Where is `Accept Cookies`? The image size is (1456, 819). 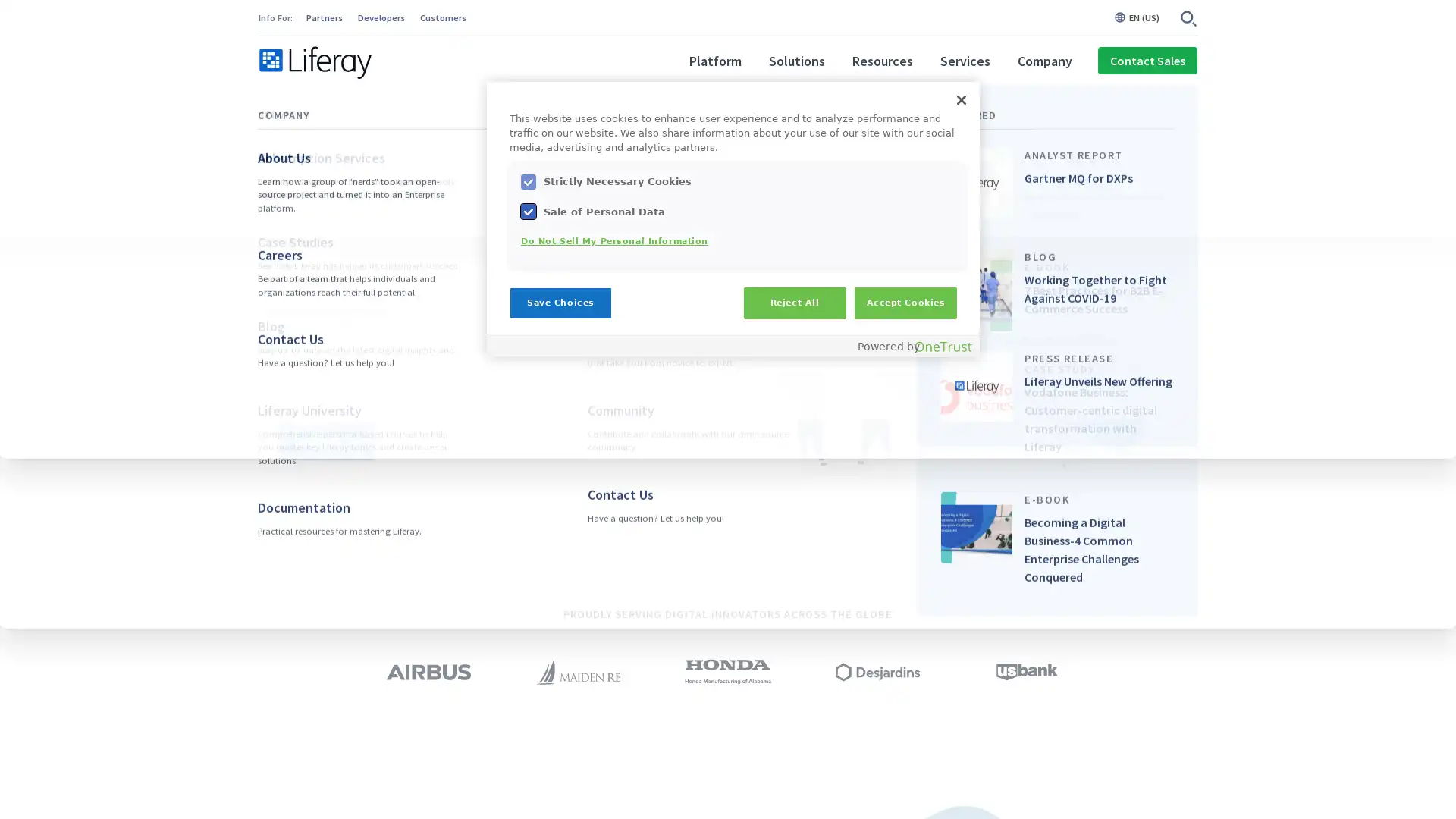 Accept Cookies is located at coordinates (905, 302).